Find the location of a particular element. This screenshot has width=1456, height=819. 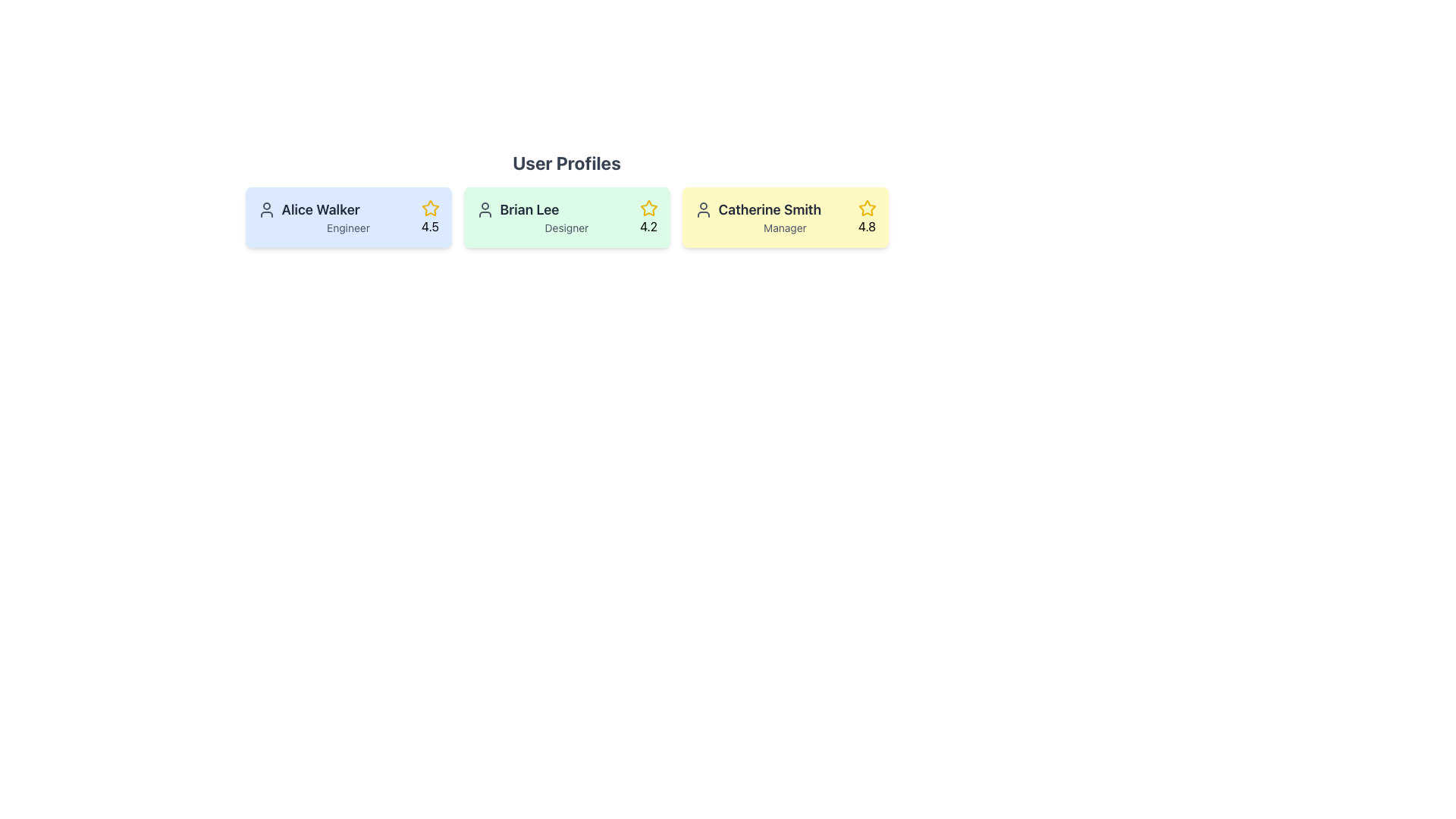

the text label displaying 'Manager' in small gray text, which is located below the name 'Catherine Smith' in the top-right yellow user profile card is located at coordinates (785, 227).